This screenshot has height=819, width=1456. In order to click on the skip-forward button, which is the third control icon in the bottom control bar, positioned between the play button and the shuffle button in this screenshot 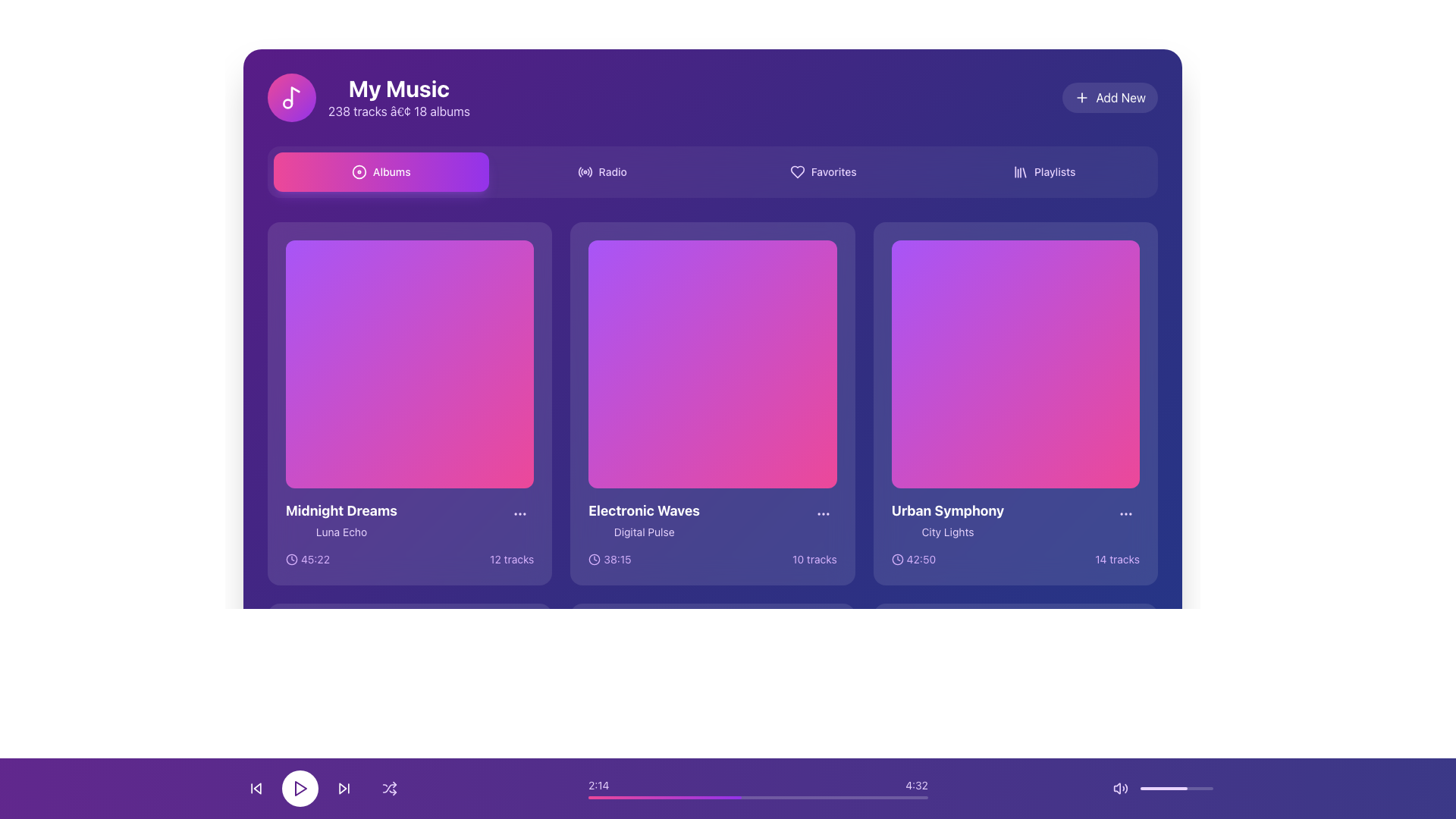, I will do `click(344, 788)`.